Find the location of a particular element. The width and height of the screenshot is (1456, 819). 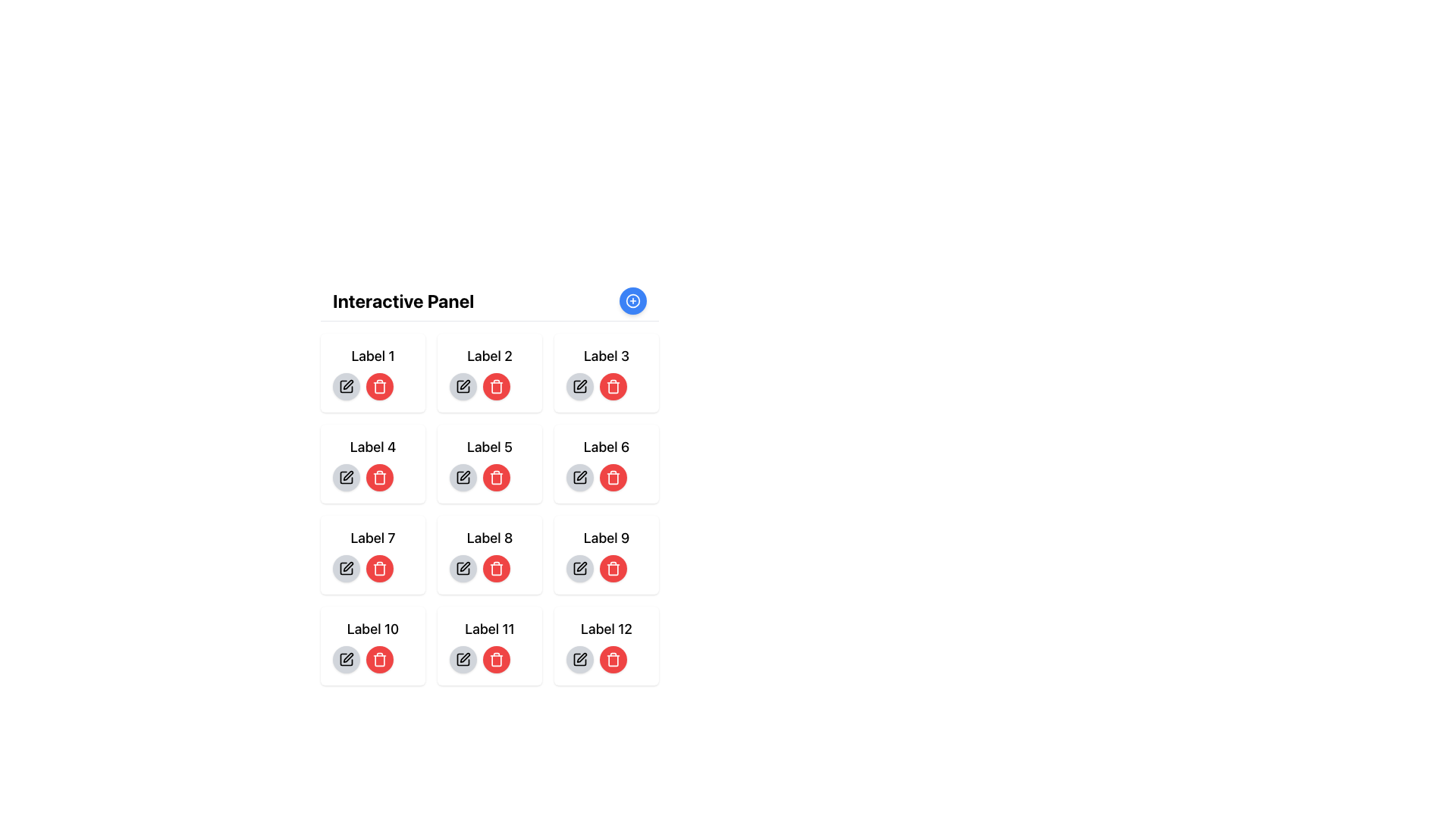

the button group consisting of an edit button (gray with a pen icon) and a delete button (red with a trash icon) located in the interactive section labeled 'Label 3' in the top right corner of the matrix layout is located at coordinates (607, 385).